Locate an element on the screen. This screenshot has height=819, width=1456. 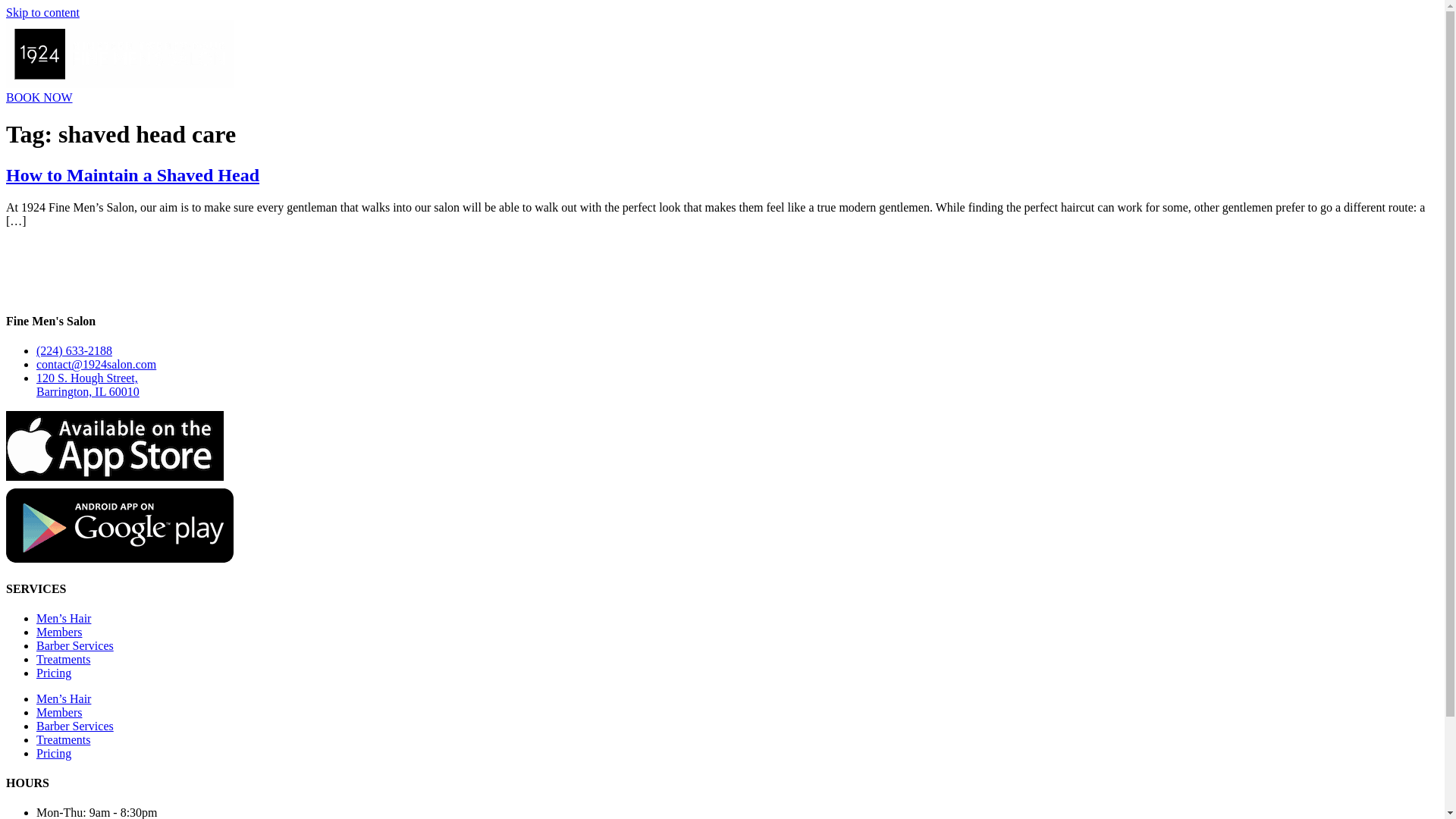
'120 S. Hough Street, is located at coordinates (86, 384).